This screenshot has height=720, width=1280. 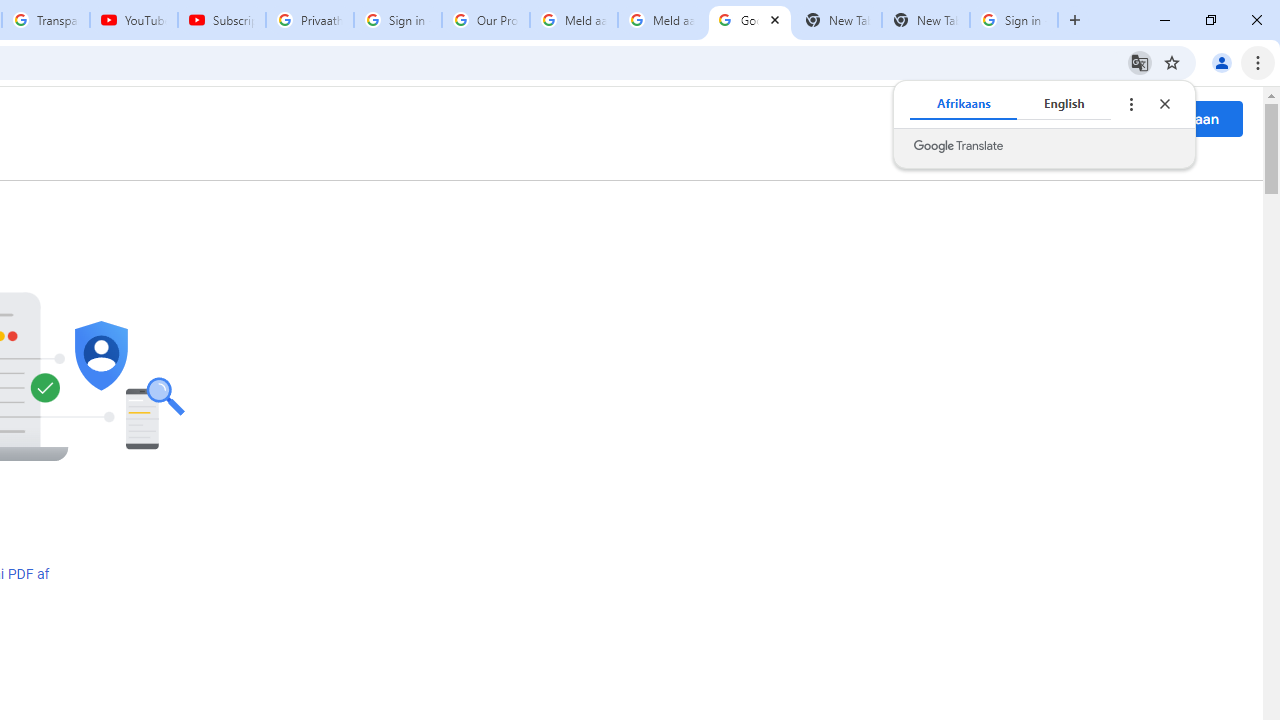 I want to click on 'Afrikaans', so click(x=963, y=104).